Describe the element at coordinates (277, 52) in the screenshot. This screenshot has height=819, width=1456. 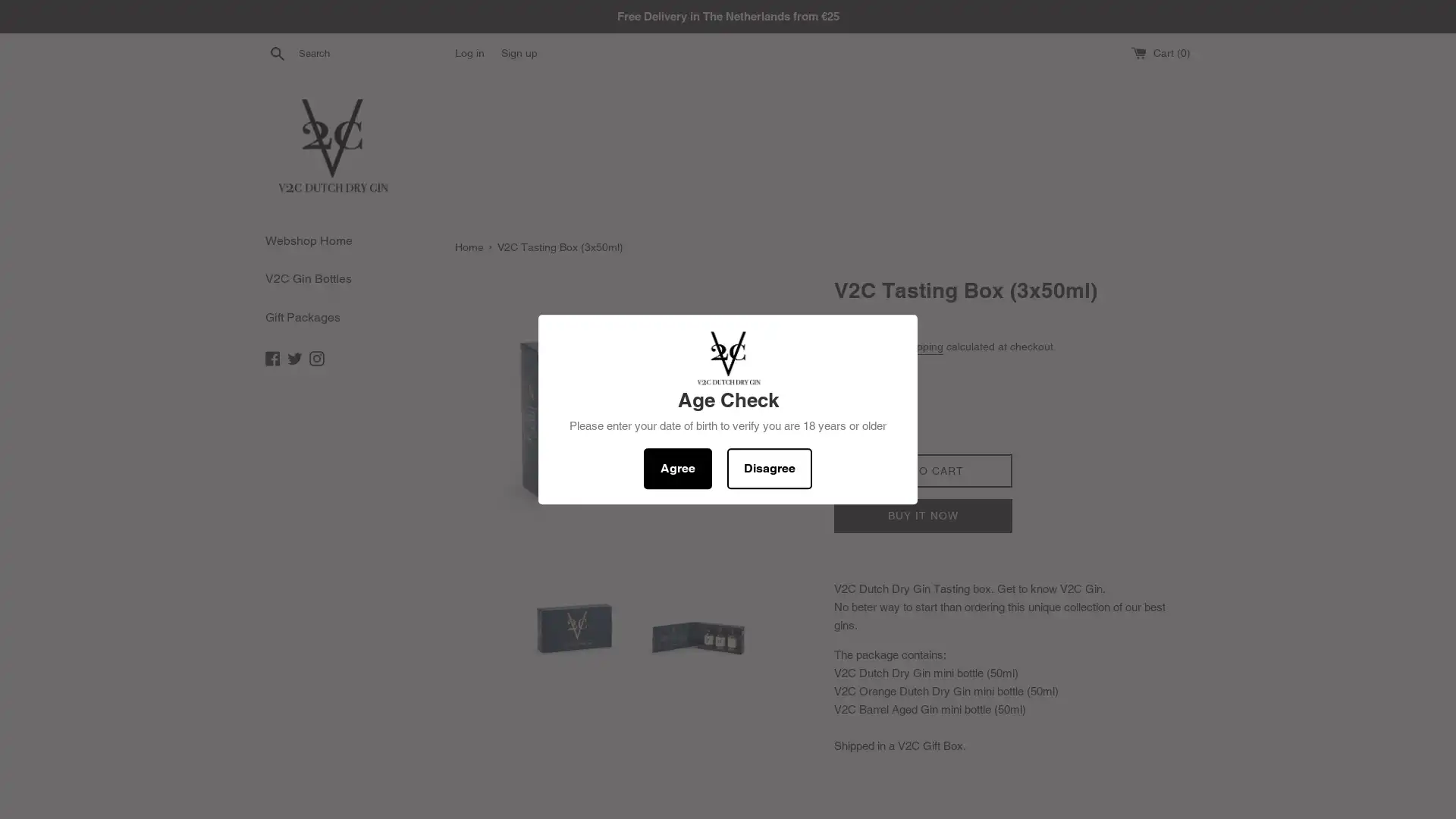
I see `Search` at that location.